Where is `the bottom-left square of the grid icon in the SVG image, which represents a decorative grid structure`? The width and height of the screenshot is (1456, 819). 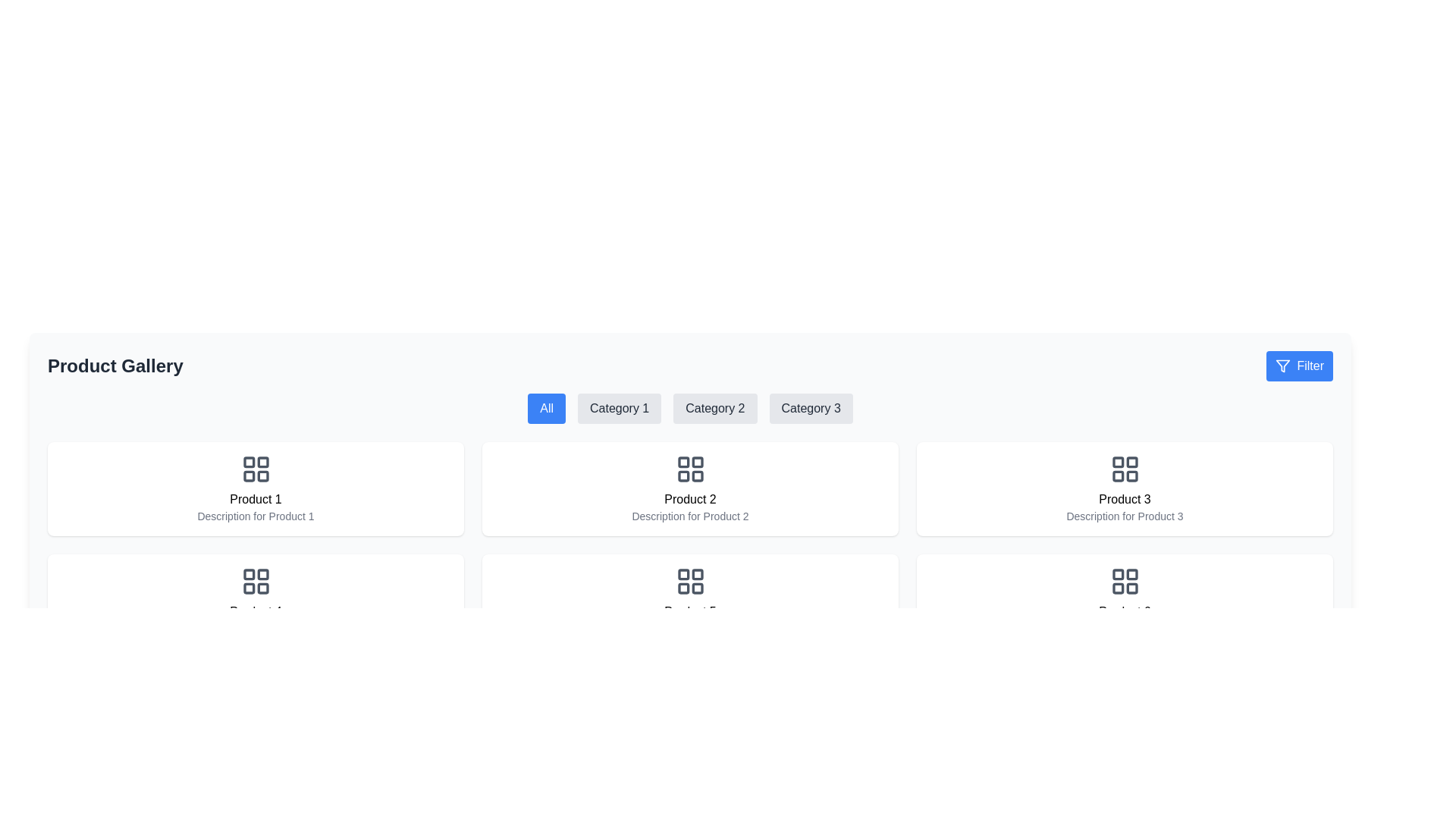 the bottom-left square of the grid icon in the SVG image, which represents a decorative grid structure is located at coordinates (248, 587).